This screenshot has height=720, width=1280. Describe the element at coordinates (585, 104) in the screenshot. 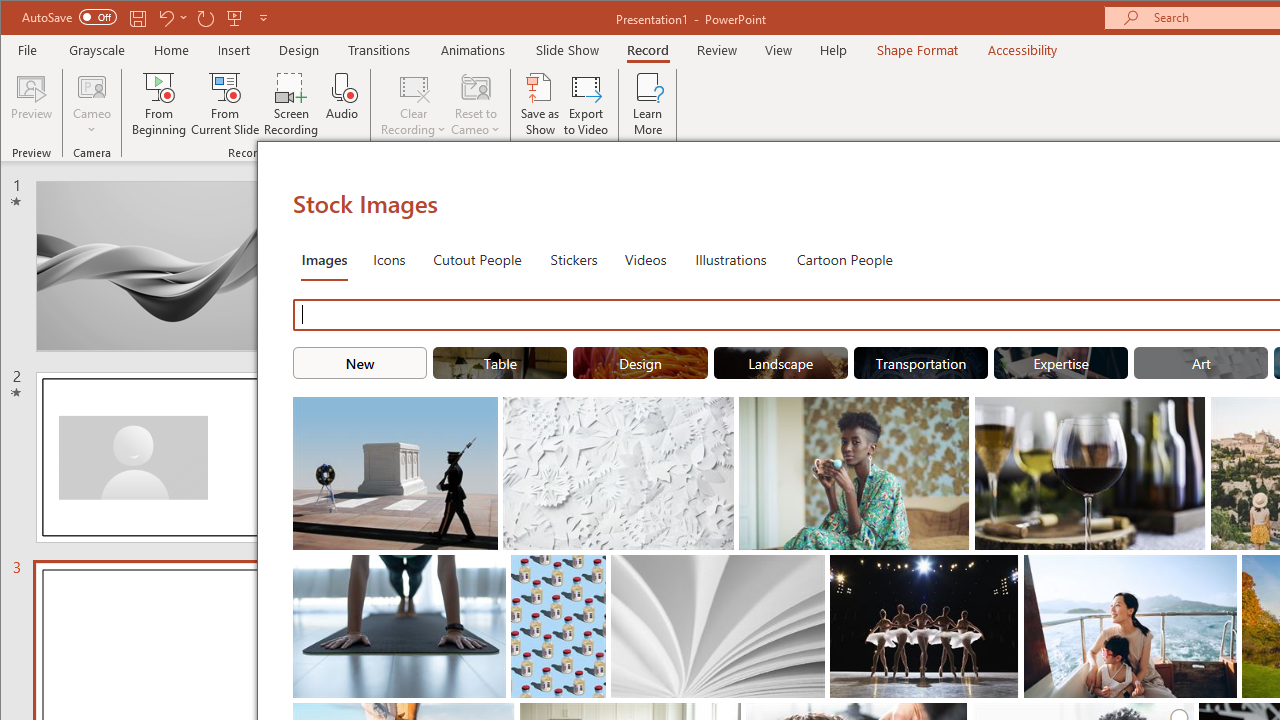

I see `'Export to Video'` at that location.